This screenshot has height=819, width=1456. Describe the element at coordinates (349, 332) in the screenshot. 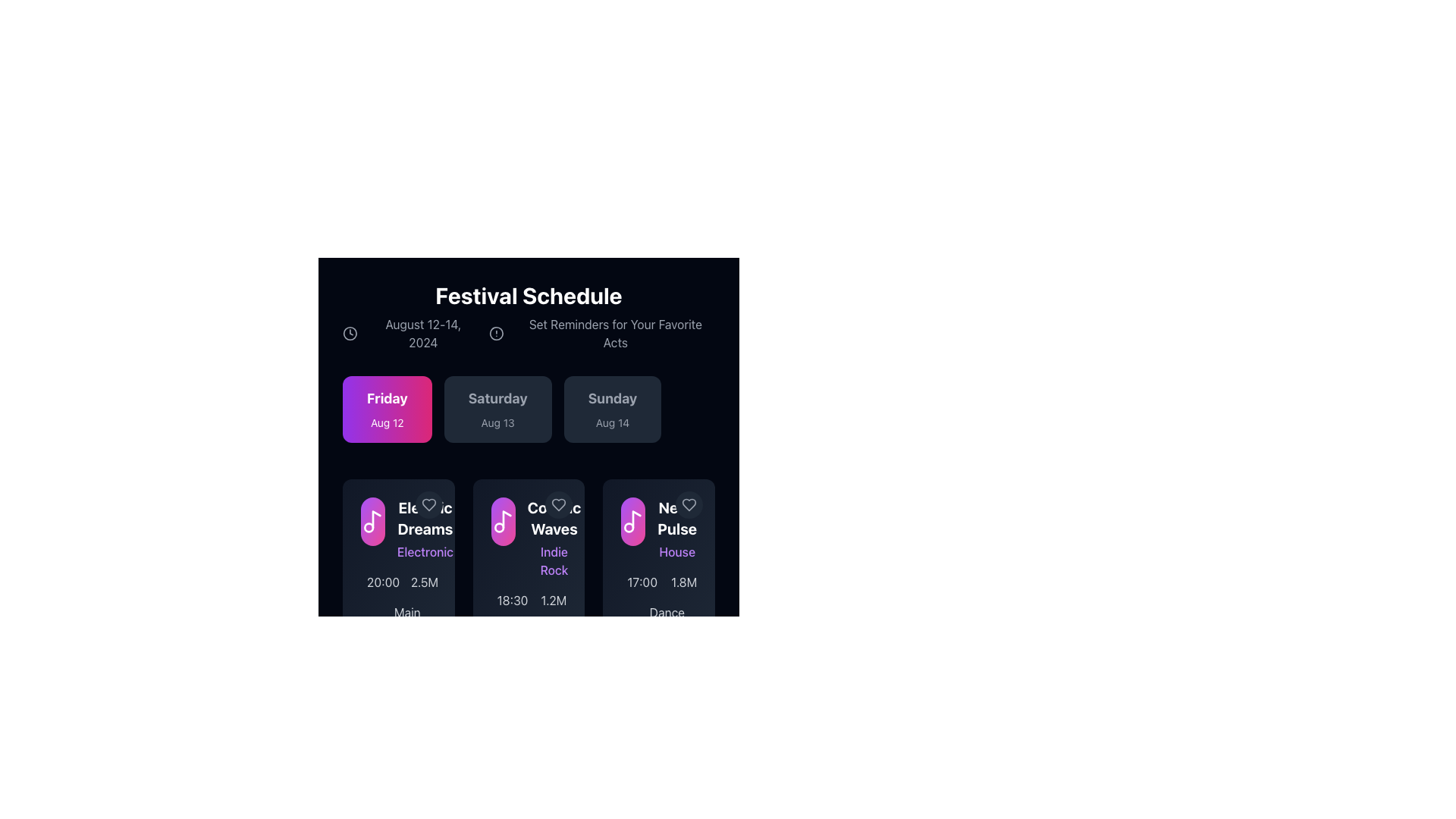

I see `the circular clock icon outlined in light gray located to the left of the text 'August 12-14, 2024'` at that location.